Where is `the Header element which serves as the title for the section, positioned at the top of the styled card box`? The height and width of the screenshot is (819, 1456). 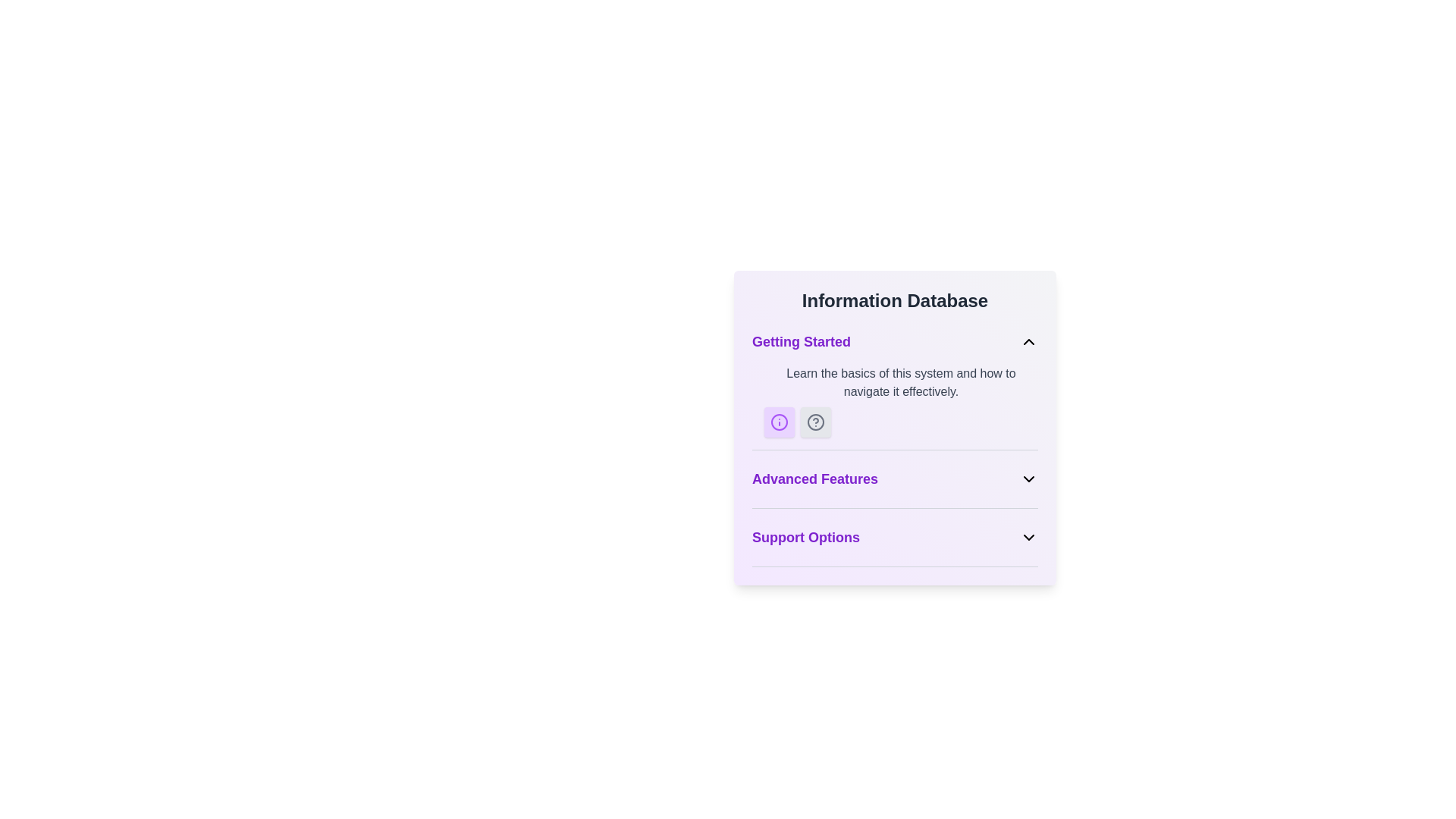
the Header element which serves as the title for the section, positioned at the top of the styled card box is located at coordinates (895, 301).